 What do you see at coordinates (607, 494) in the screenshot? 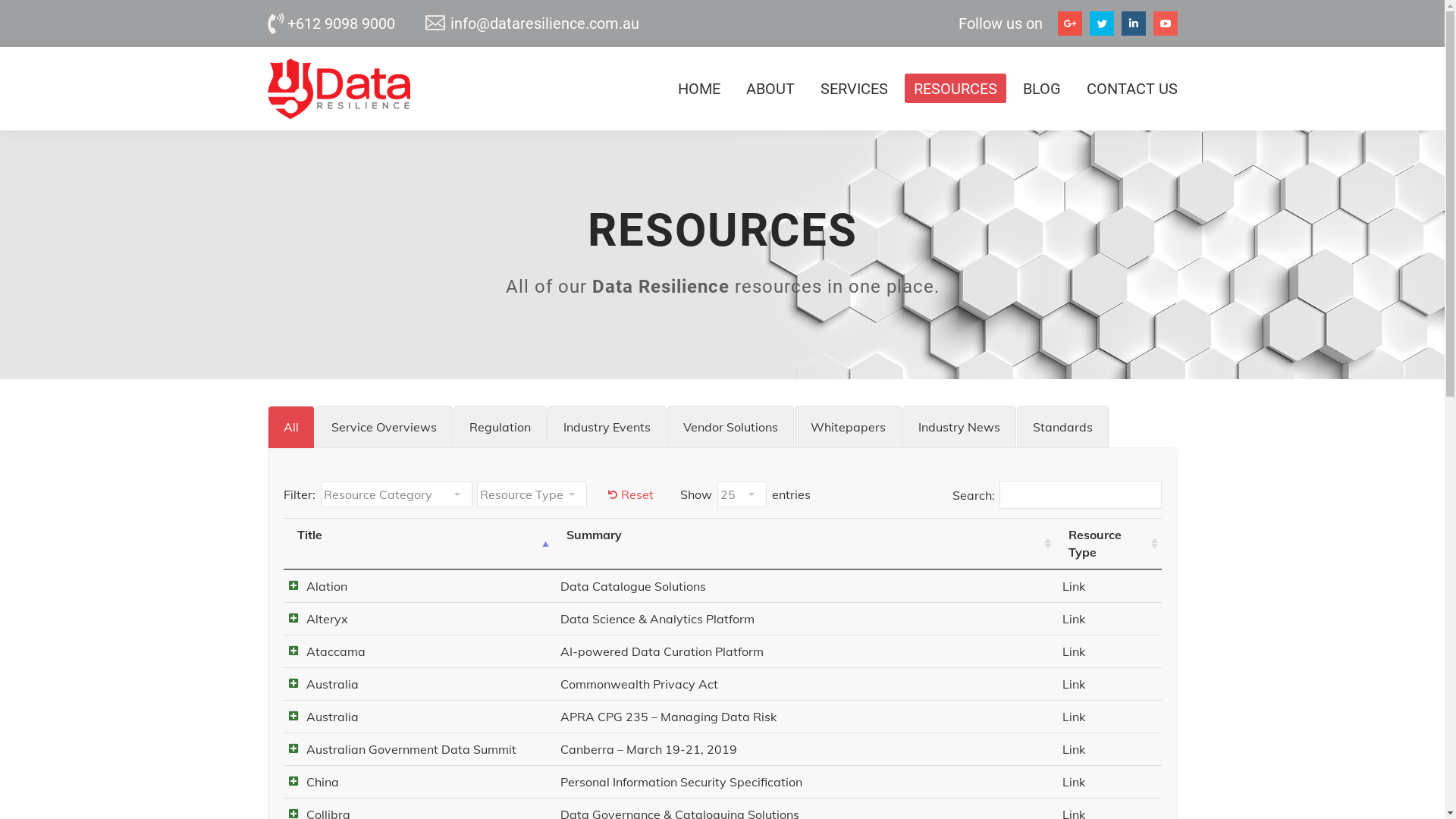
I see `'Reset'` at bounding box center [607, 494].